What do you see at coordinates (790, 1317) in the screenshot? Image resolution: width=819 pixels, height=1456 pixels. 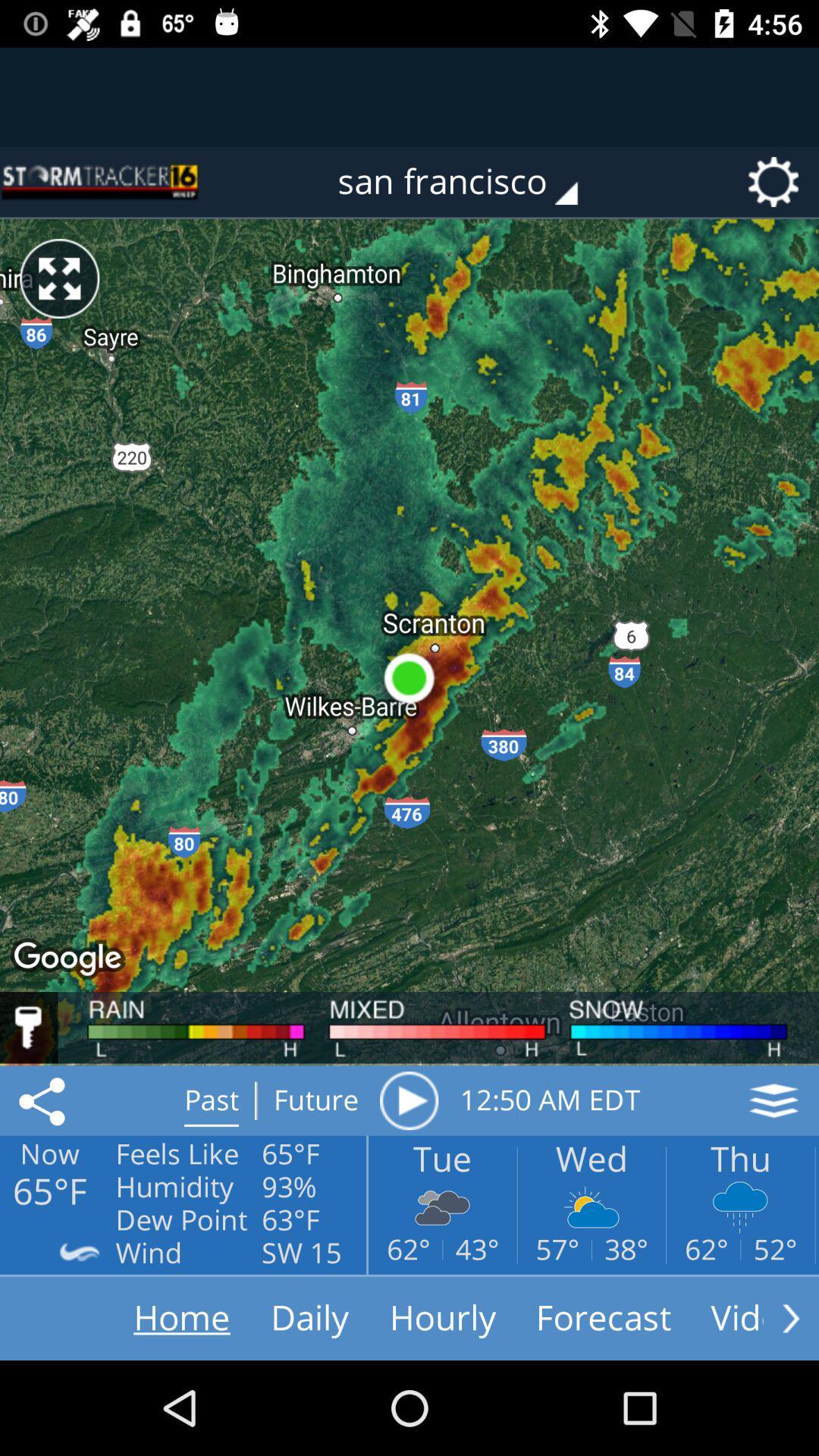 I see `the arrow_forward icon` at bounding box center [790, 1317].